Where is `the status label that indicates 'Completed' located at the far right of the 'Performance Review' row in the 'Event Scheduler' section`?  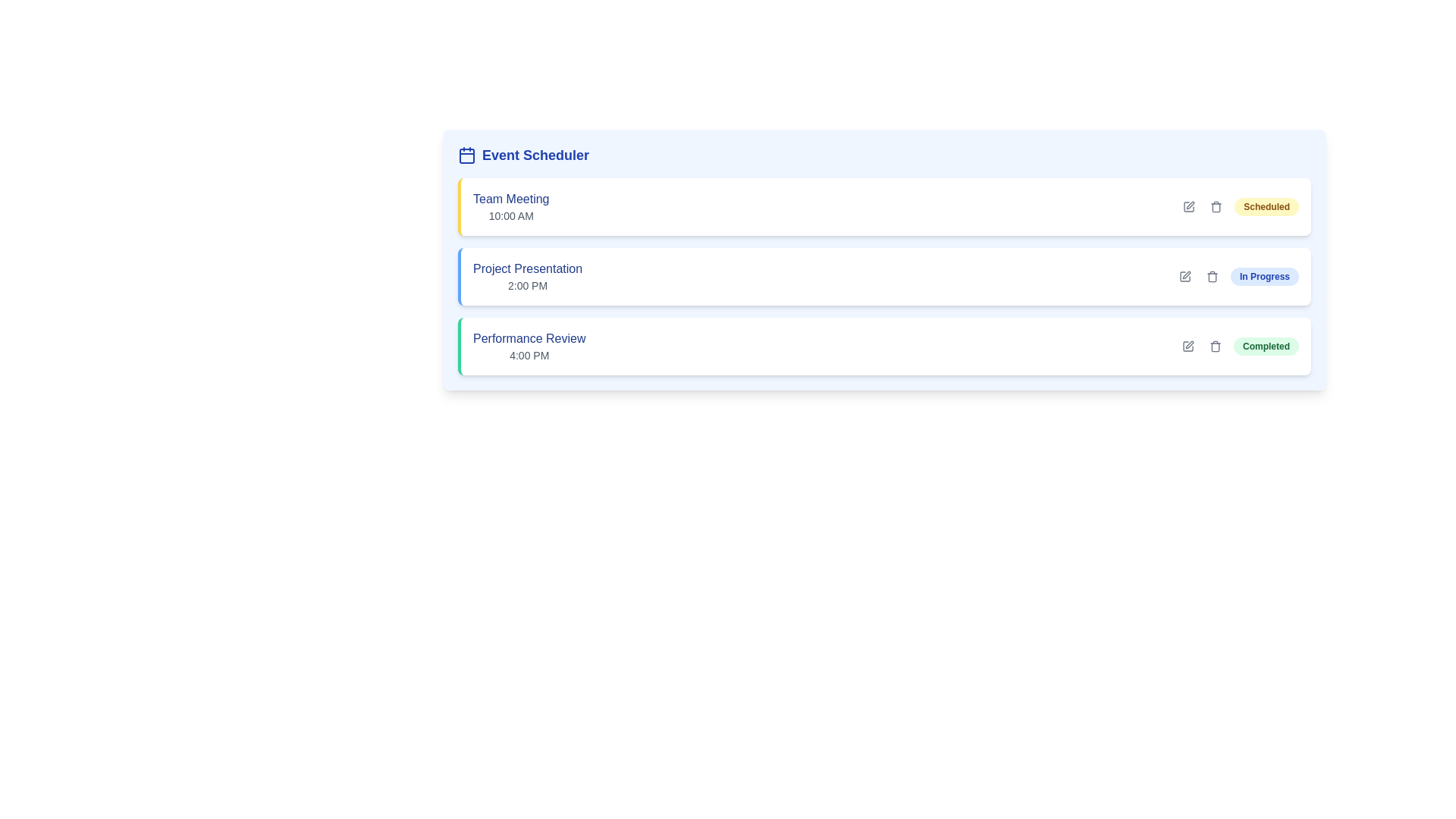
the status label that indicates 'Completed' located at the far right of the 'Performance Review' row in the 'Event Scheduler' section is located at coordinates (1266, 346).